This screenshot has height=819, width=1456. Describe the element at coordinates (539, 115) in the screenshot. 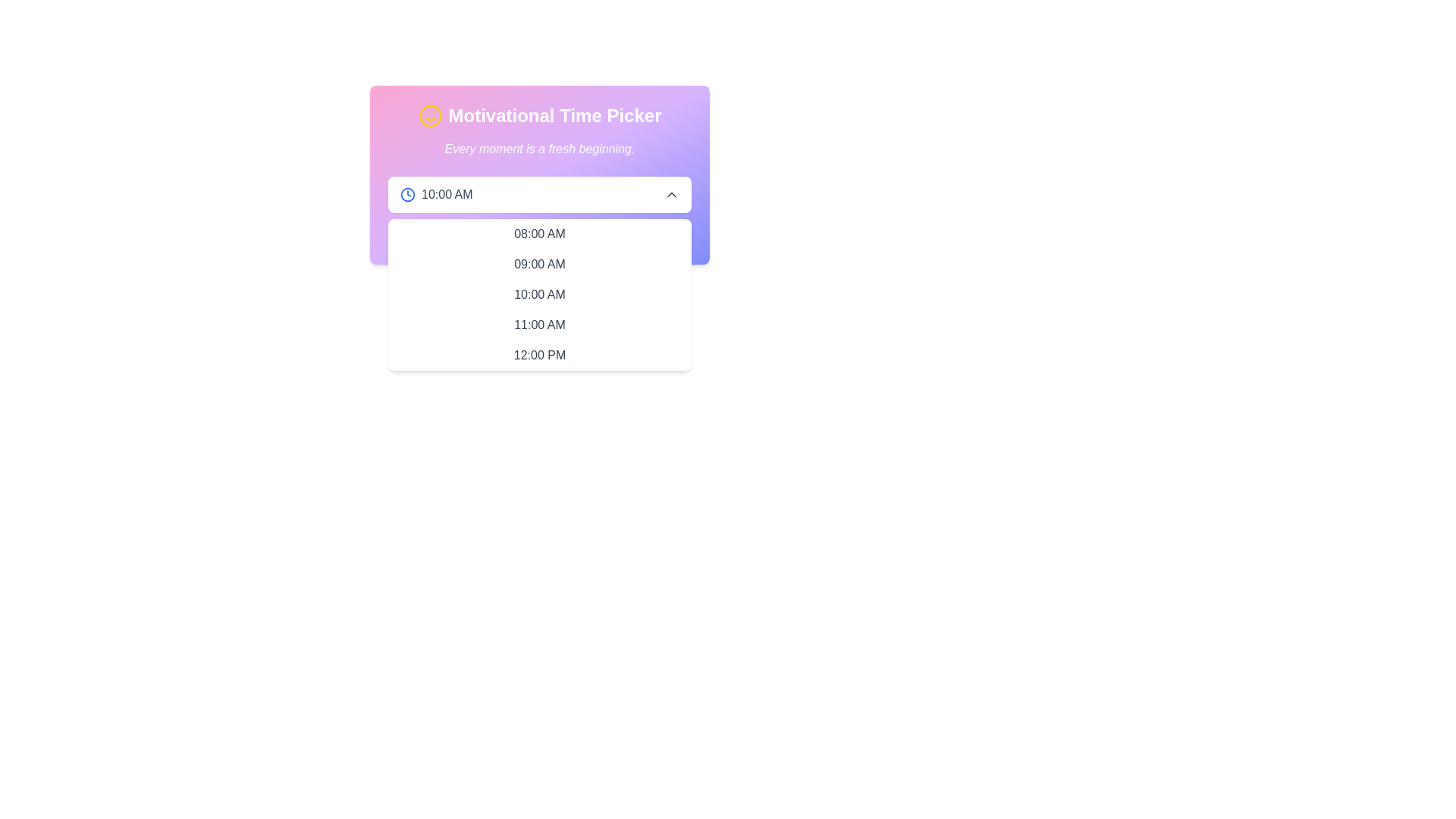

I see `the Heading label with a smiley icon that reads 'Motivational Time Picker', located at the top of the card component` at that location.